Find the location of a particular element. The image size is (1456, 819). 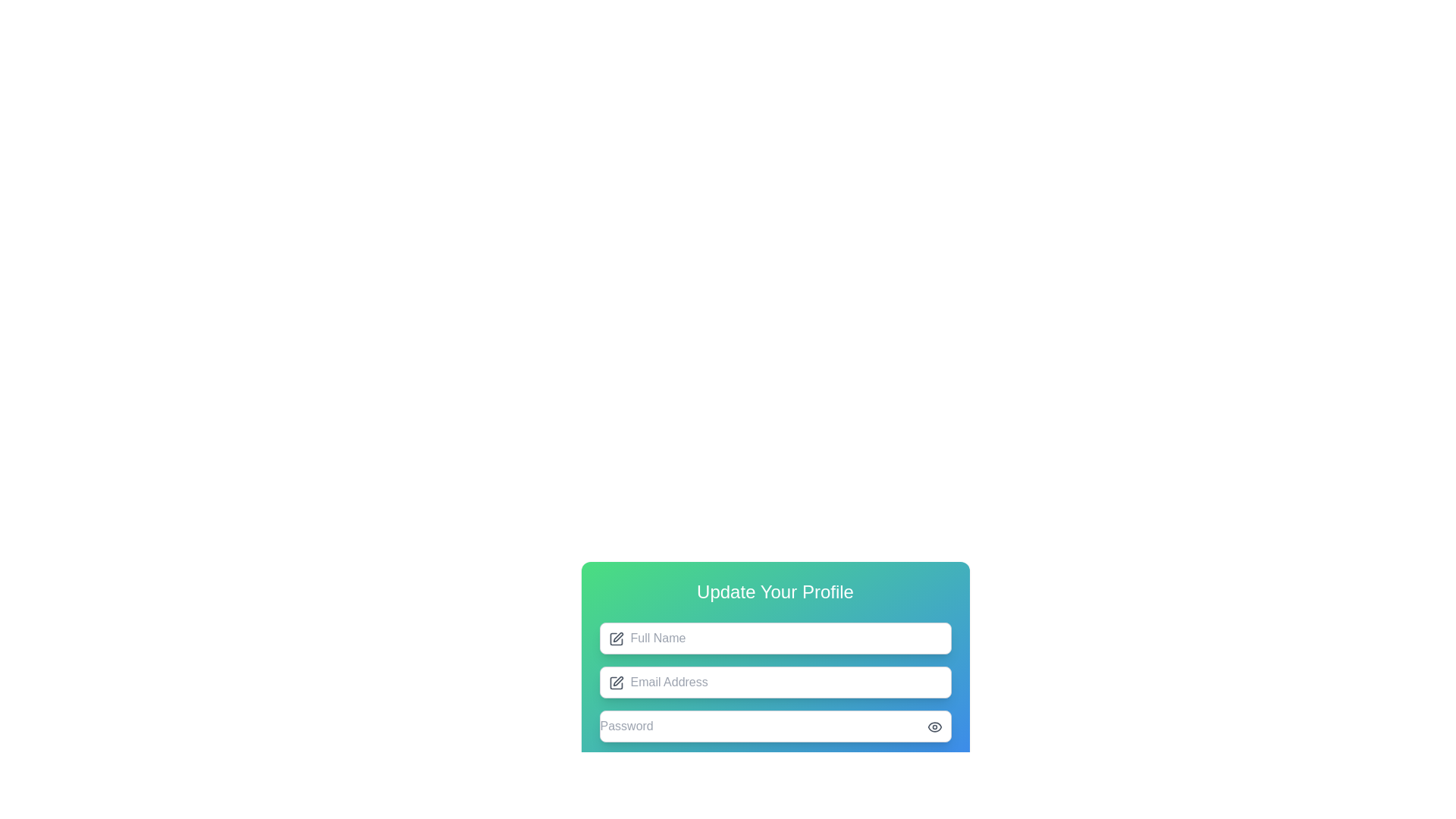

the interactive icon indicator located to the left of the 'Email Address' input field in the 'Update Your Profile' form is located at coordinates (618, 680).